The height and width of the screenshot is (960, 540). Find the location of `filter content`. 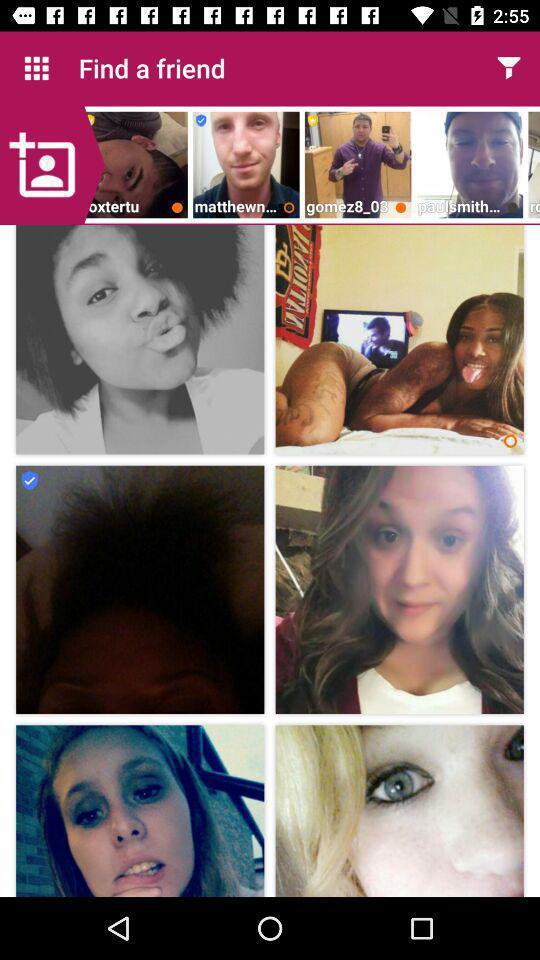

filter content is located at coordinates (508, 68).